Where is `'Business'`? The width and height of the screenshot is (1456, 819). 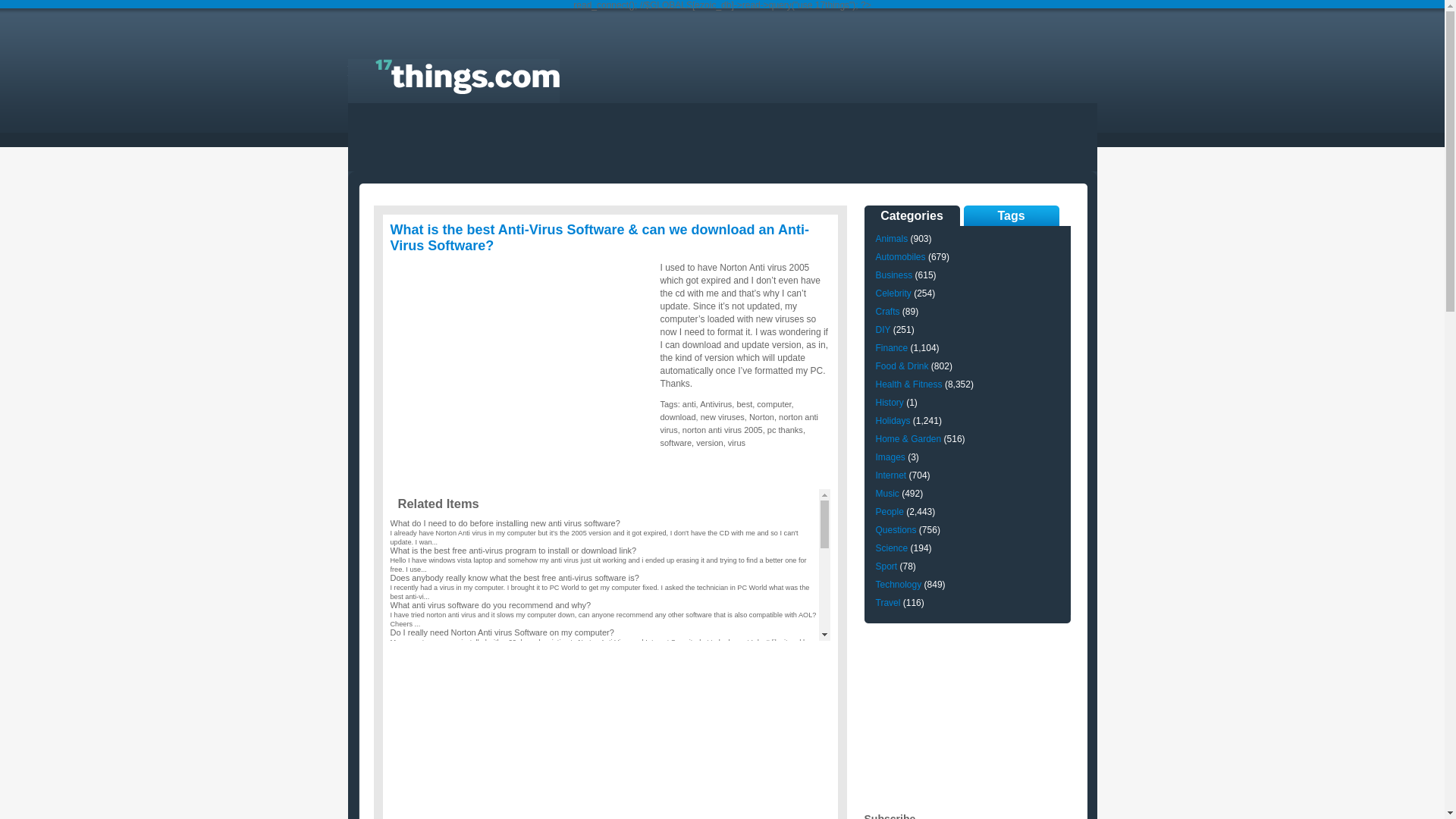
'Business' is located at coordinates (893, 275).